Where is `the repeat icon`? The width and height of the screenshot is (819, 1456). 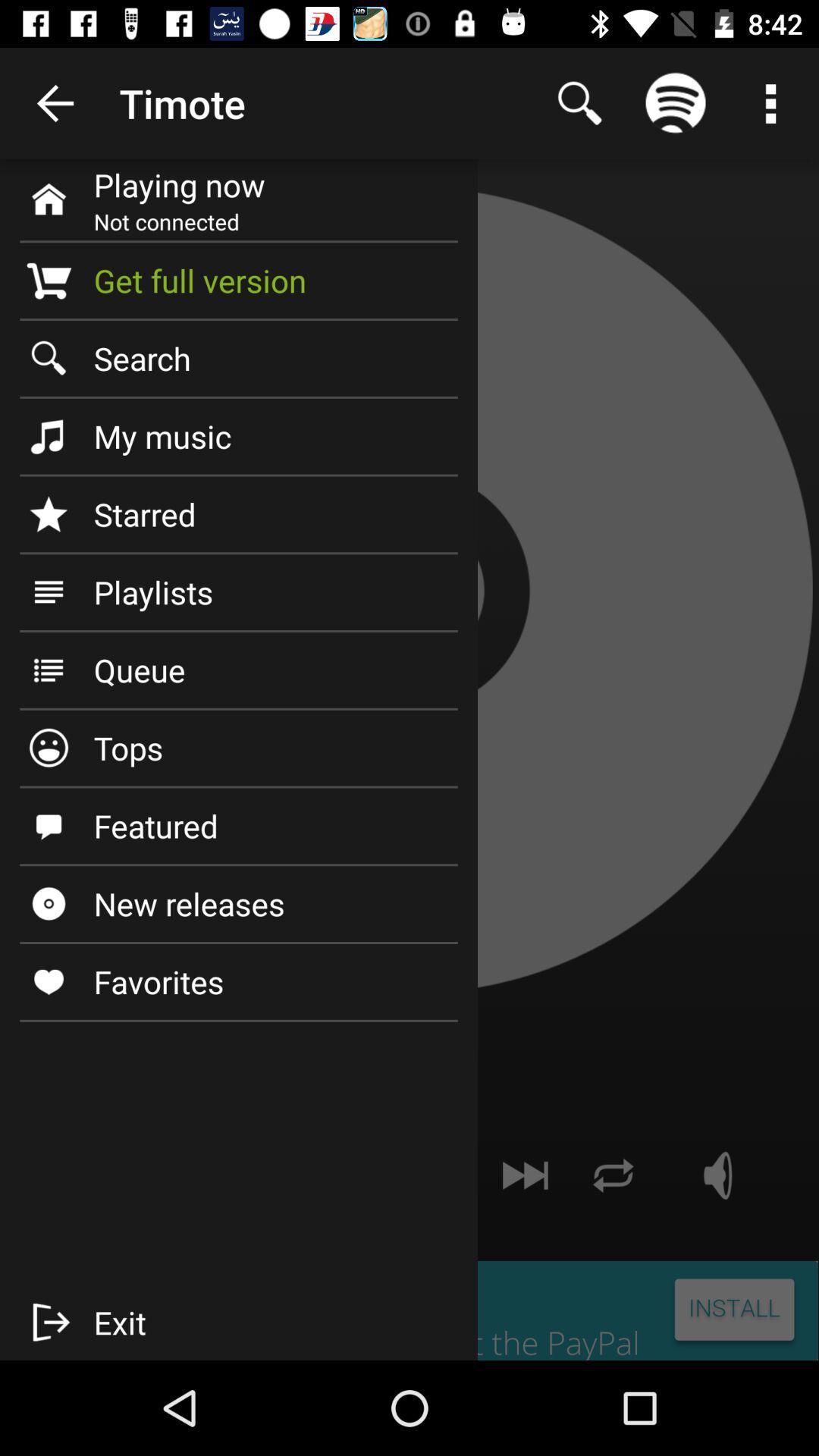
the repeat icon is located at coordinates (612, 1175).